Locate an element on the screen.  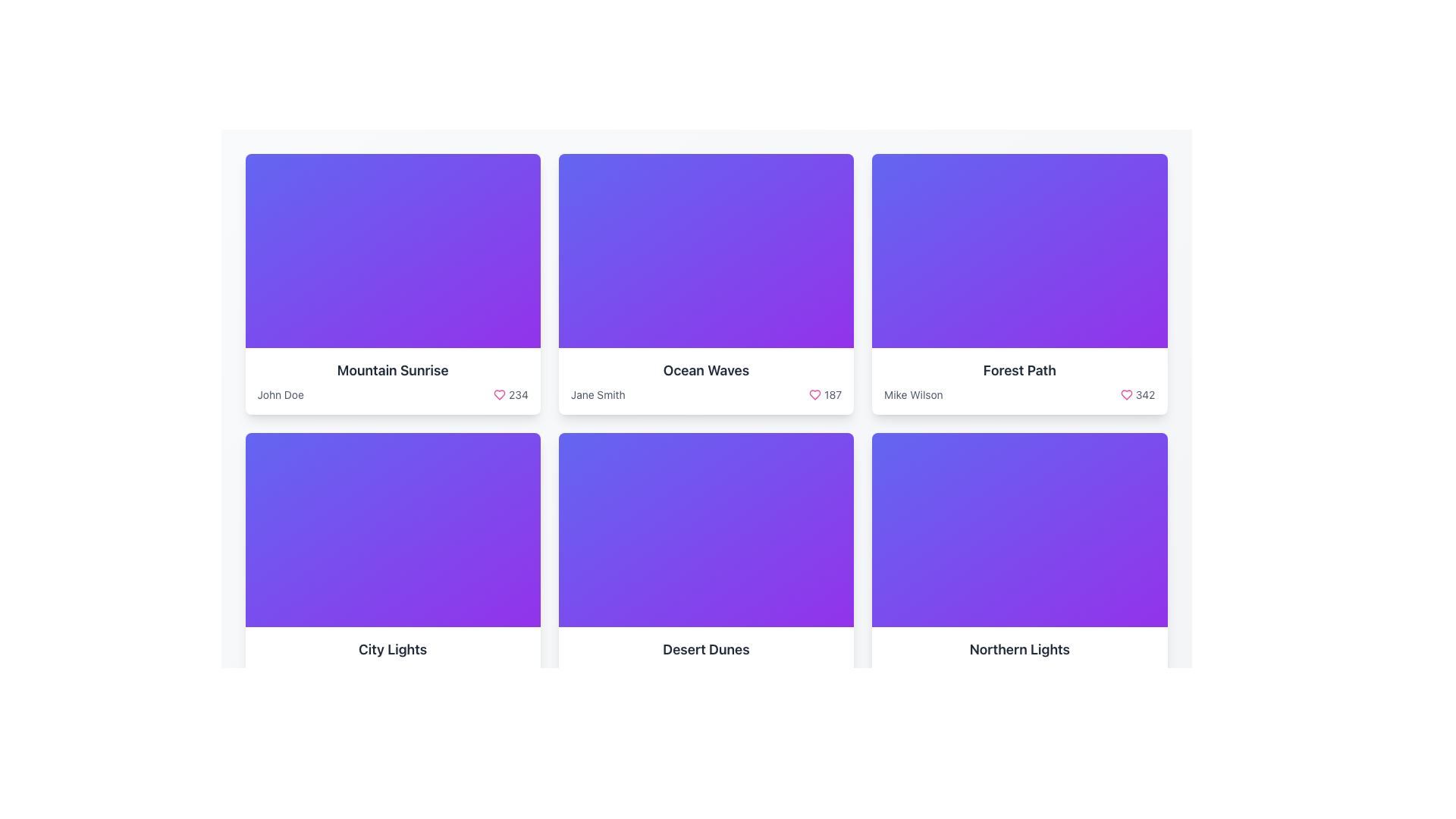
numeric label '187' displayed in small gray text, located to the right of the pink heart icon, which signifies the like count on the card titled 'Ocean Waves' is located at coordinates (824, 394).